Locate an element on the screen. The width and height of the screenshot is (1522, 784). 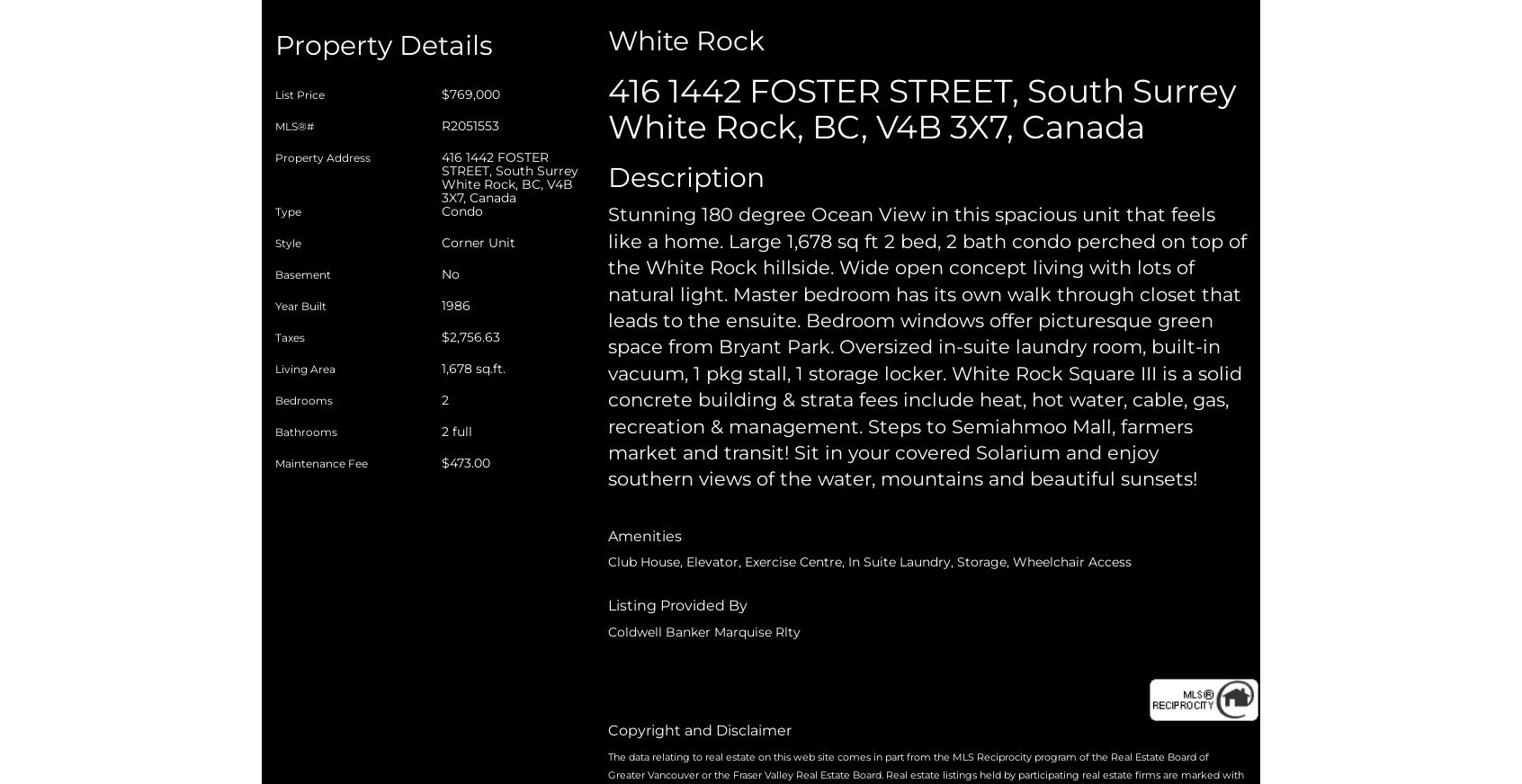
'Copyright and Disclaimer' is located at coordinates (699, 729).